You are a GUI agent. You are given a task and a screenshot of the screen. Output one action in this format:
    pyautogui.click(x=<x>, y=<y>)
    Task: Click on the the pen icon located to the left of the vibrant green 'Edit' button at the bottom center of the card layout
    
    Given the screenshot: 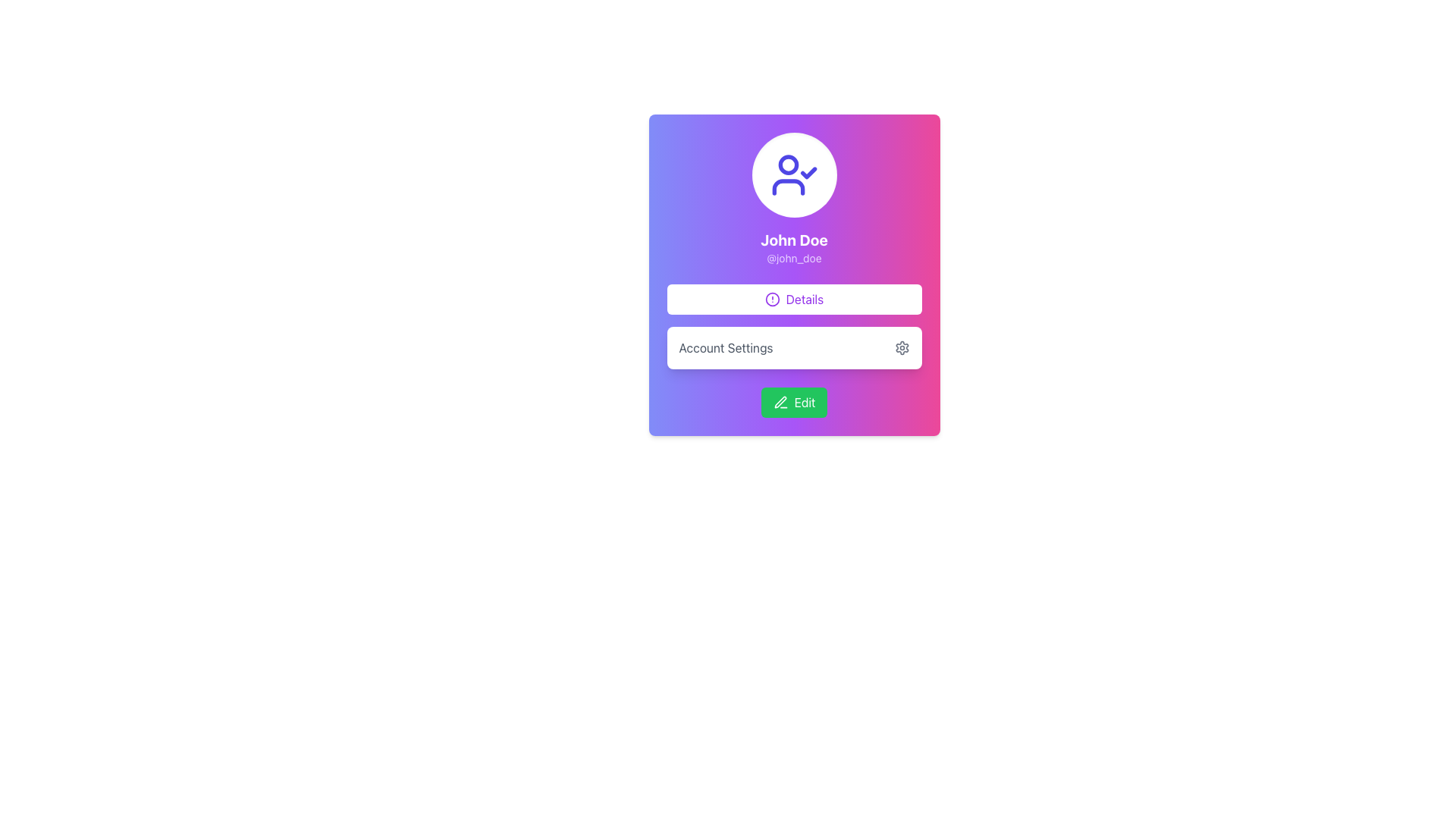 What is the action you would take?
    pyautogui.click(x=780, y=402)
    